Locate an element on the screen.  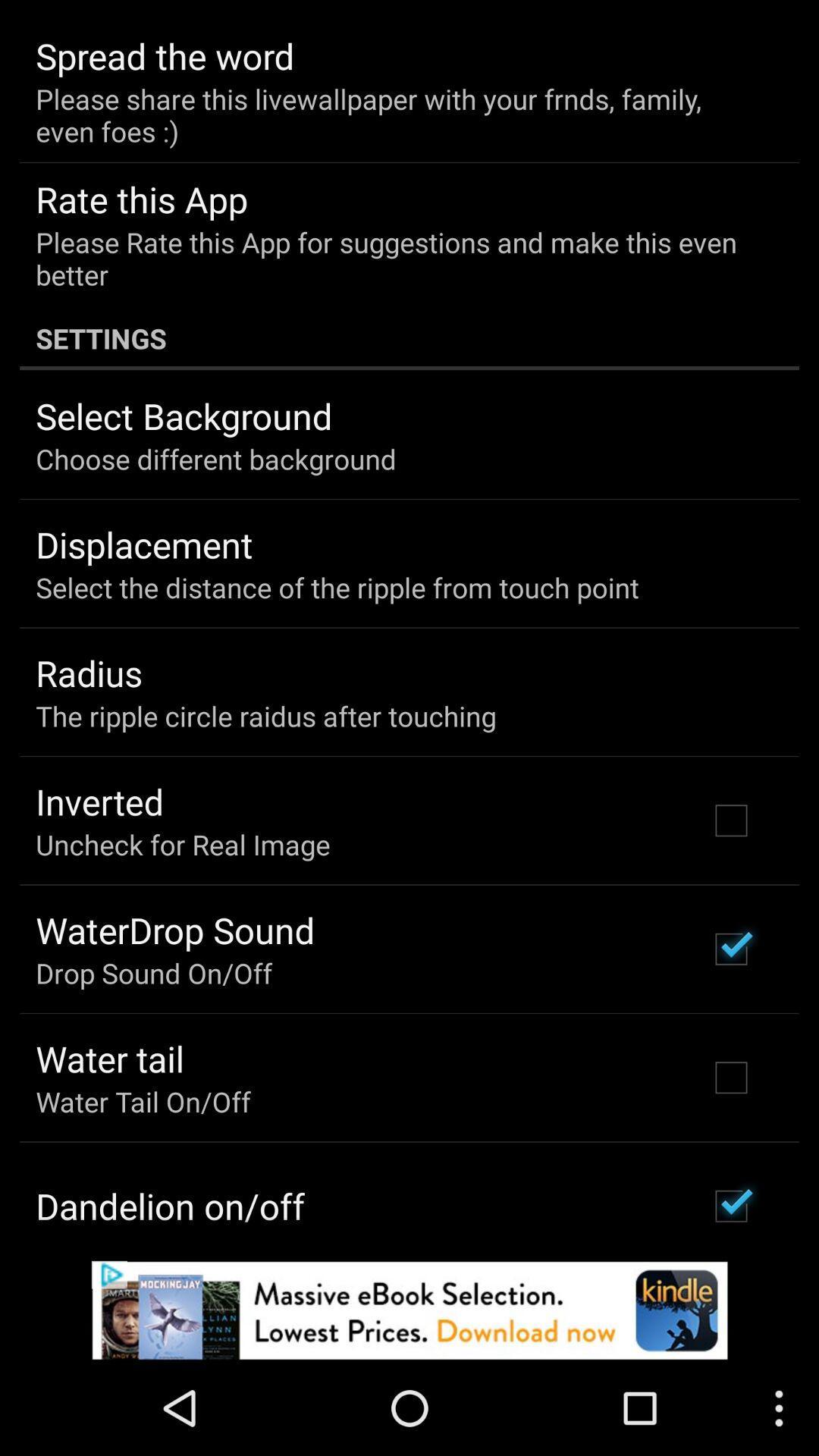
advertisement is located at coordinates (409, 1310).